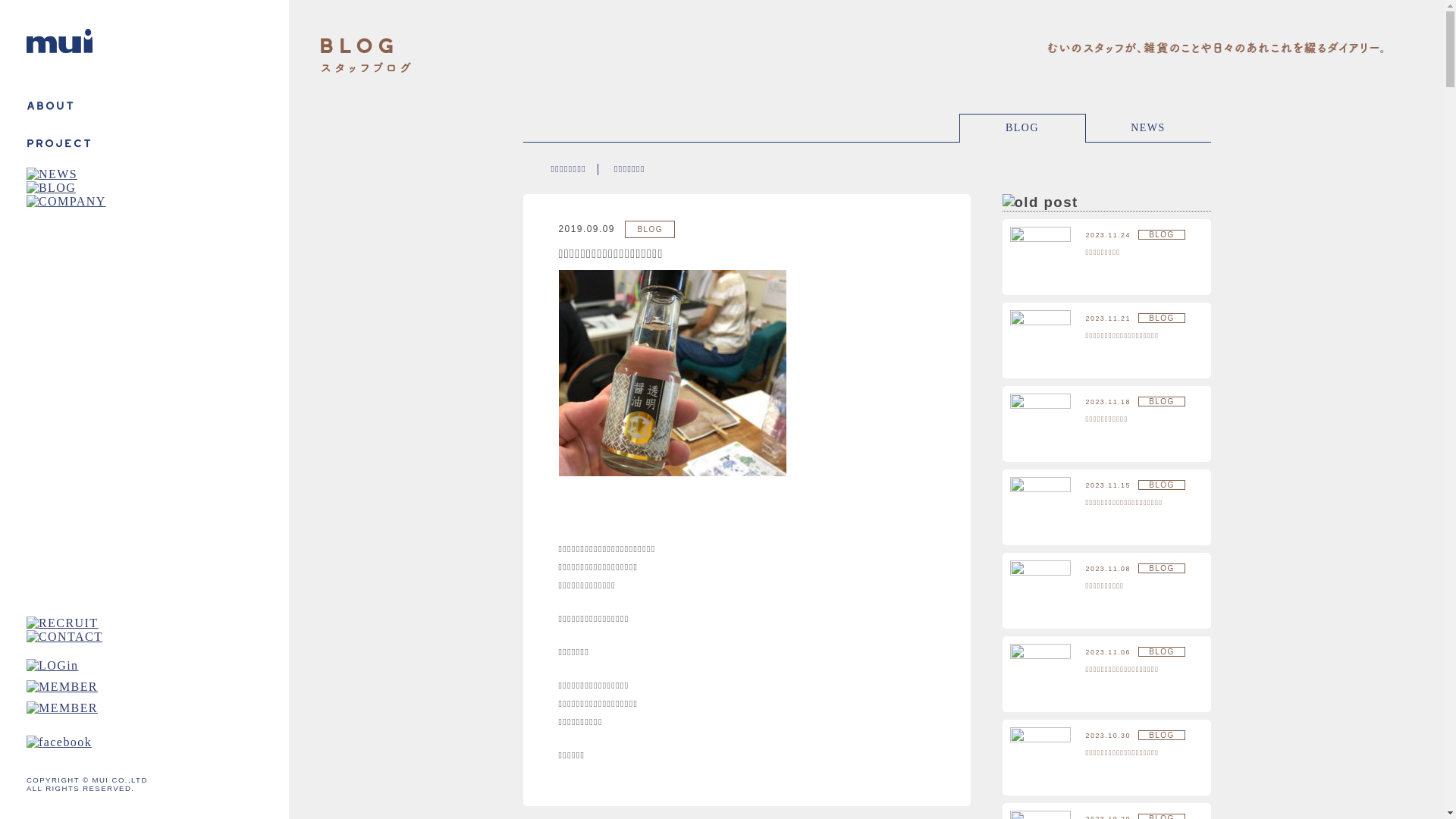 The height and width of the screenshot is (819, 1456). I want to click on 'NEWS', so click(1148, 127).